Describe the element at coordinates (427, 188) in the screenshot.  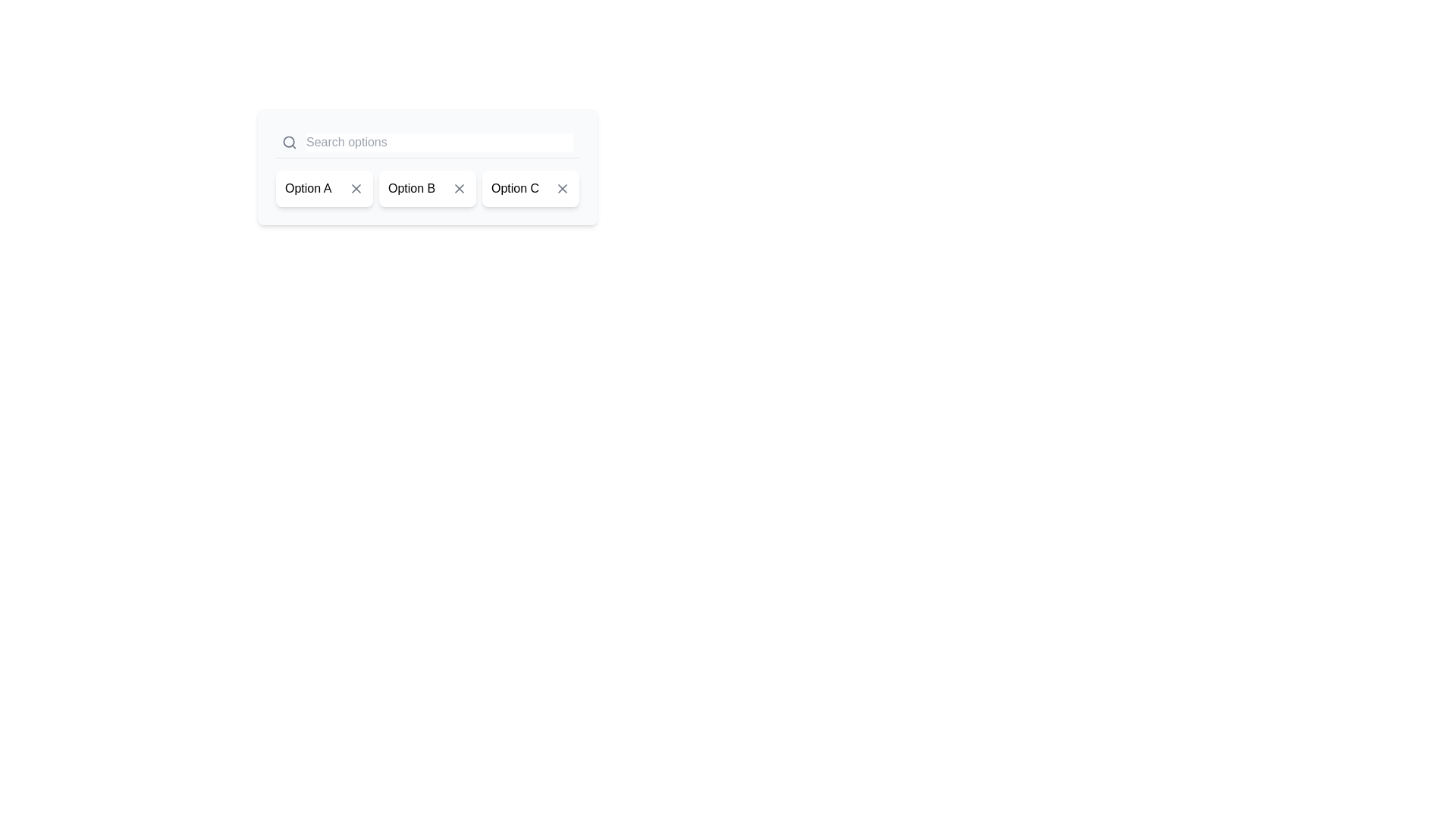
I see `the chip labeled Option B` at that location.